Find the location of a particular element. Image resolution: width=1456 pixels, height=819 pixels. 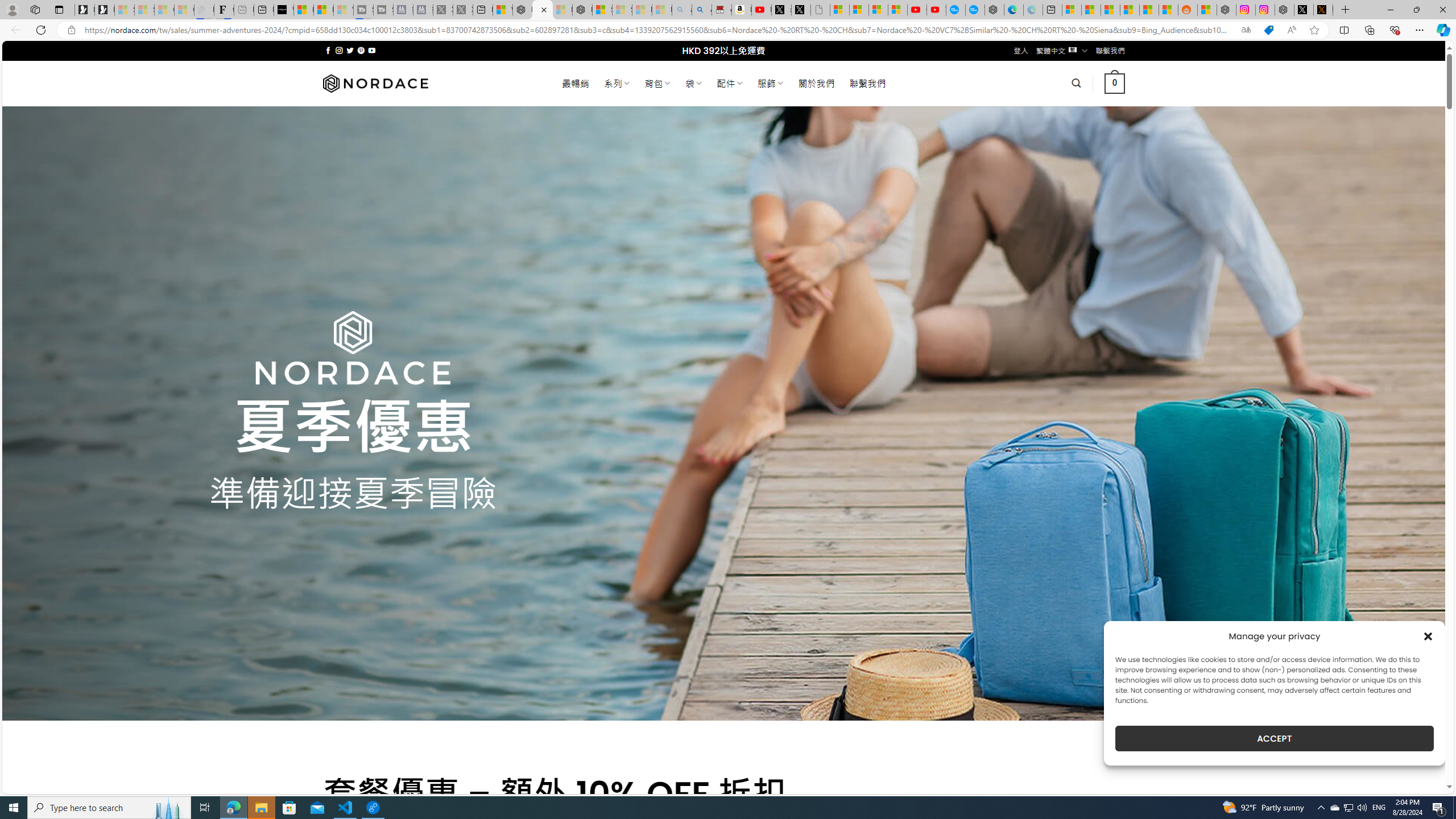

'Gloom - YouTube' is located at coordinates (916, 9).